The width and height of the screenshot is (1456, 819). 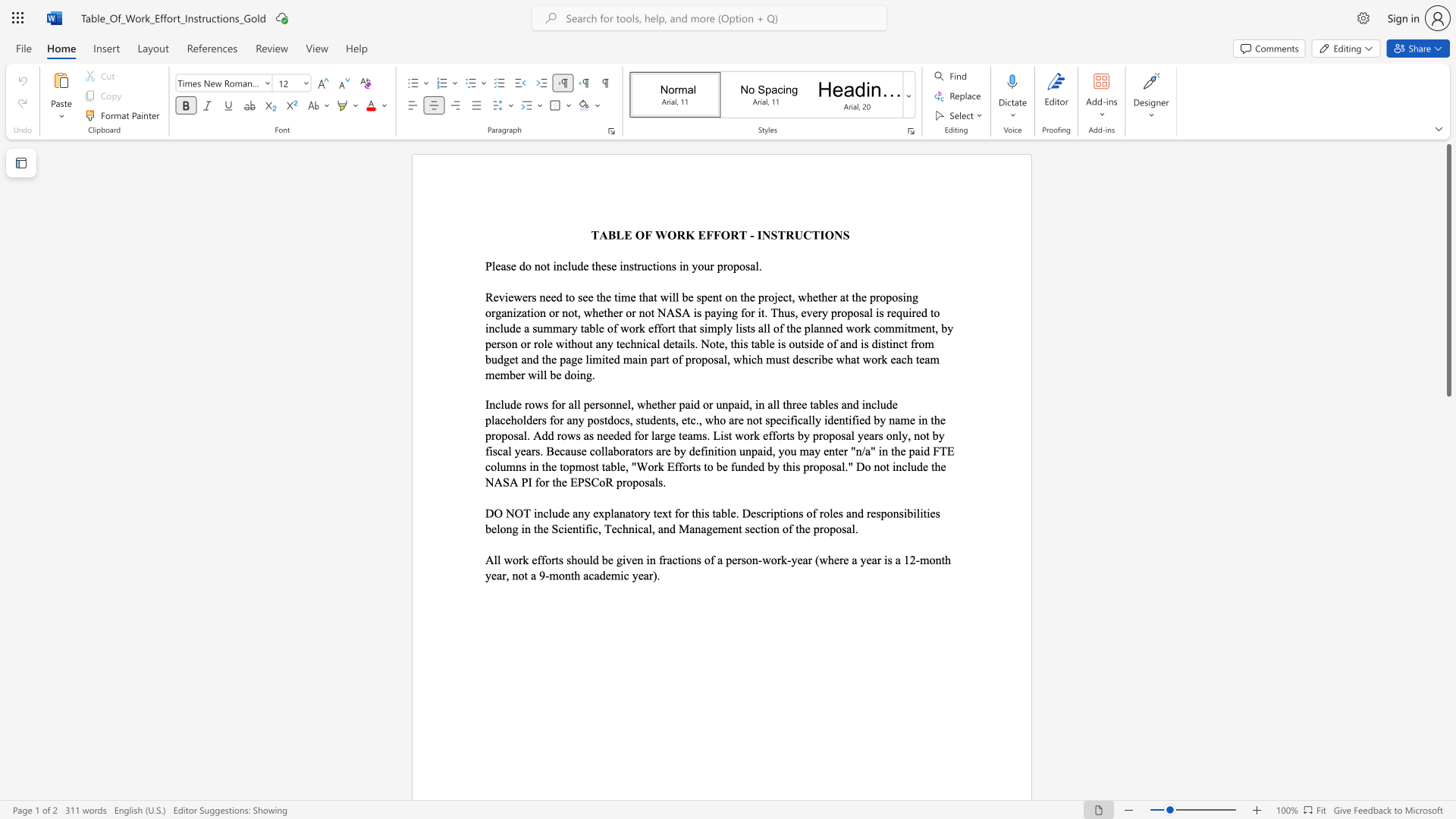 I want to click on the scrollbar on the right to shift the page lower, so click(x=1448, y=447).